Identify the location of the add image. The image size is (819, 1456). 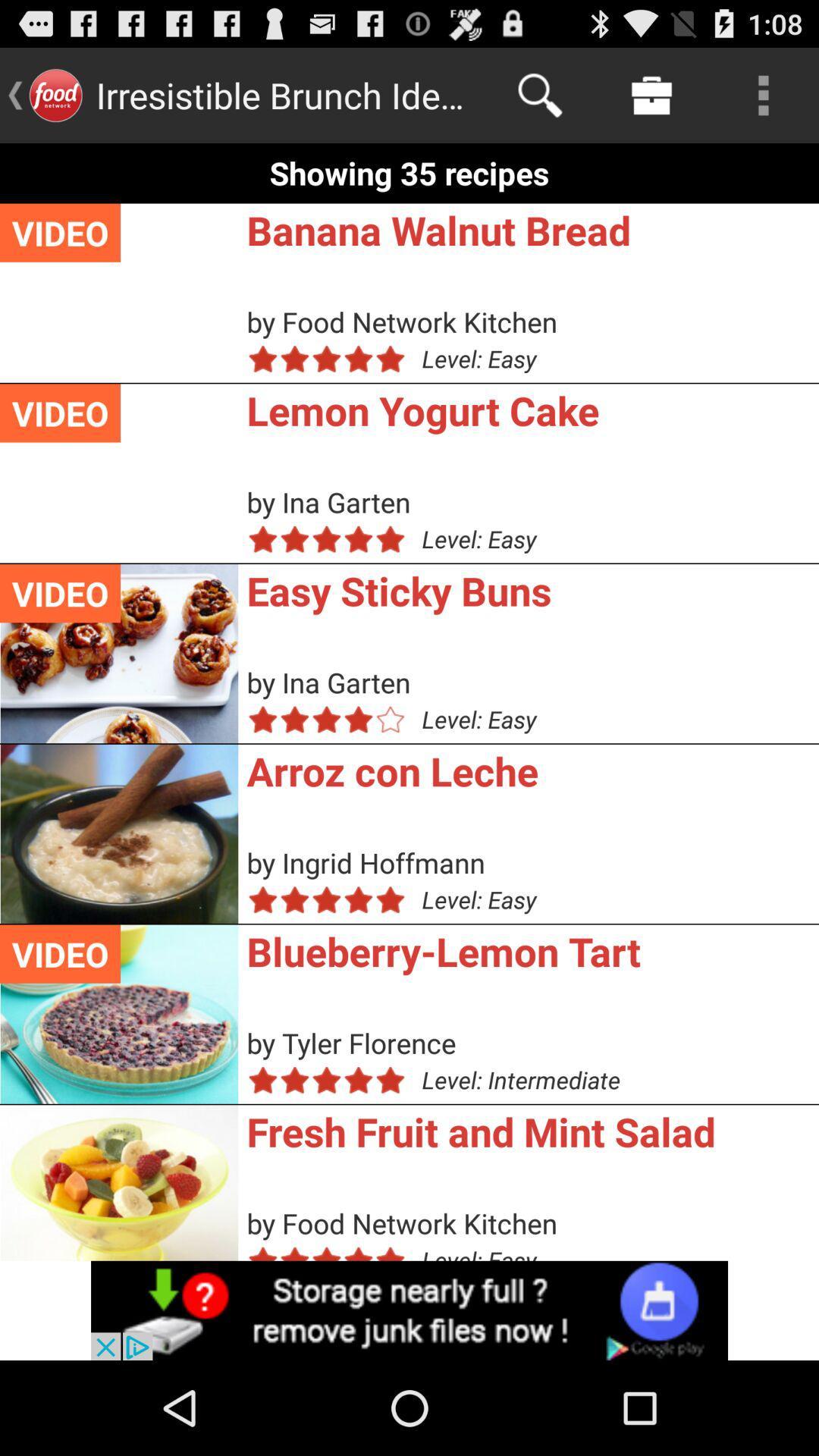
(409, 1310).